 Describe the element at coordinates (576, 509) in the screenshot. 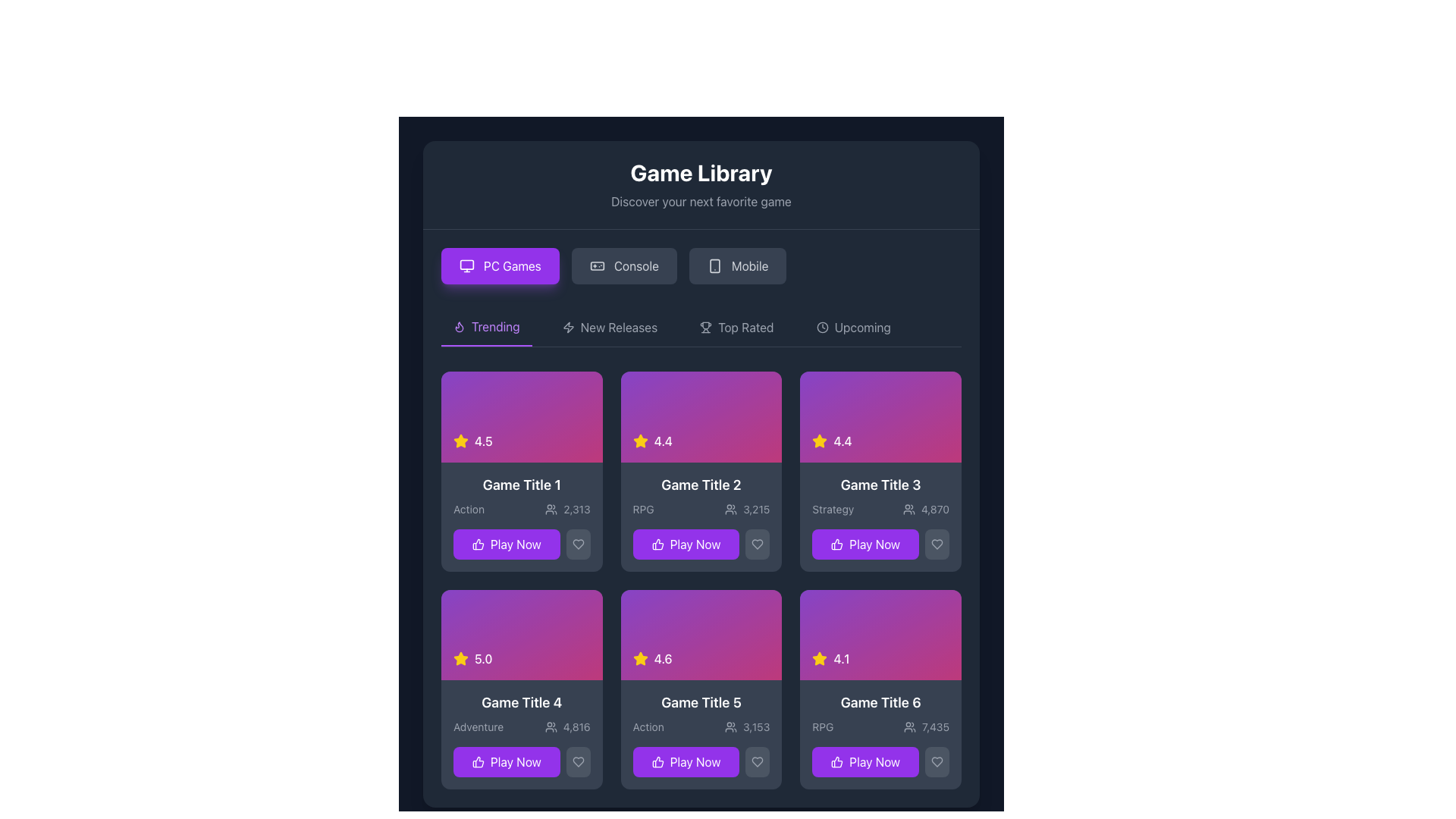

I see `the static text displaying the numeric value '2,313' in light gray color, located near the bottom of the card interface under the title 'Game Title 1'` at that location.